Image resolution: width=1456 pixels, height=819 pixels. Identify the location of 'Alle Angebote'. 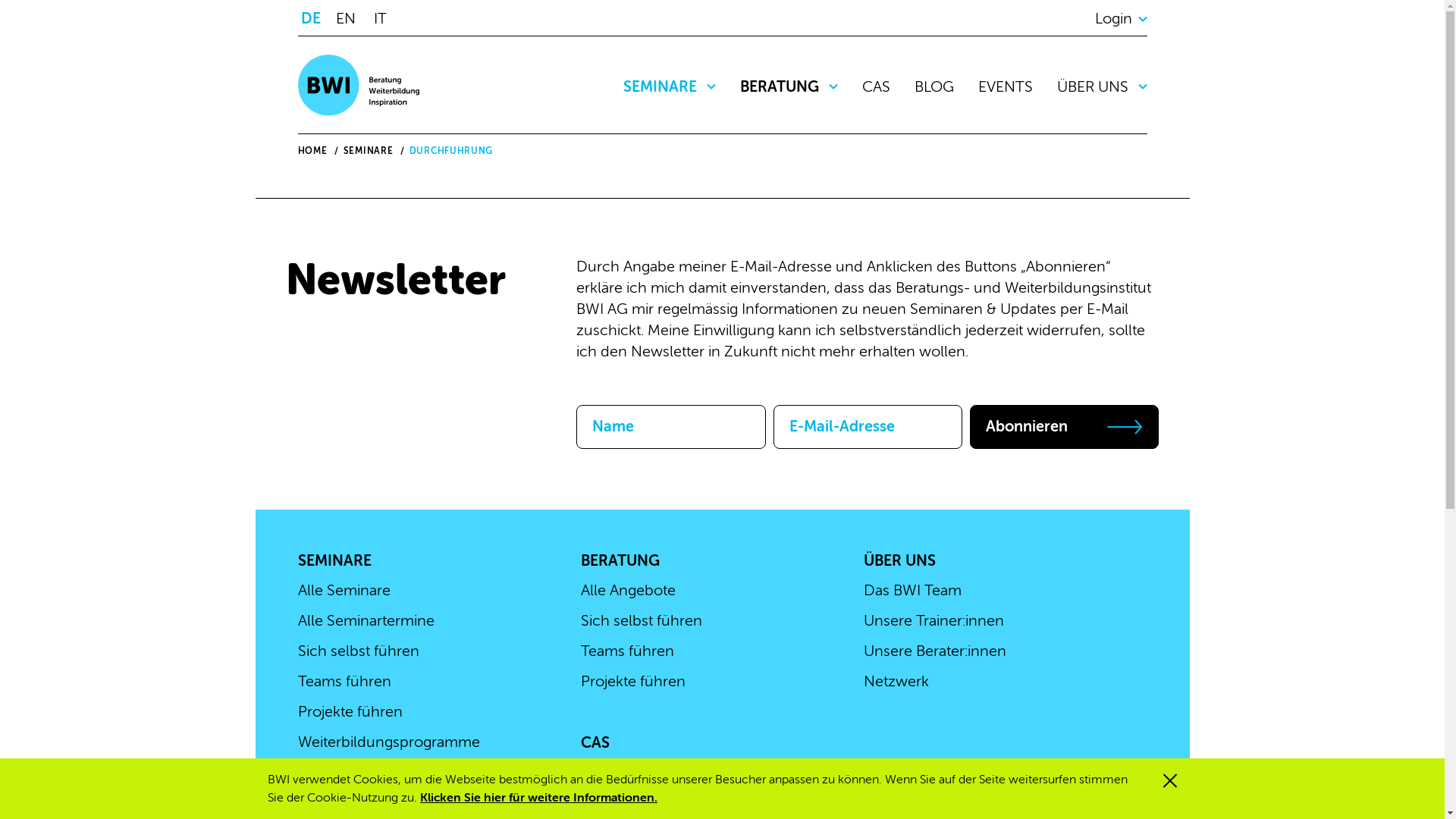
(628, 589).